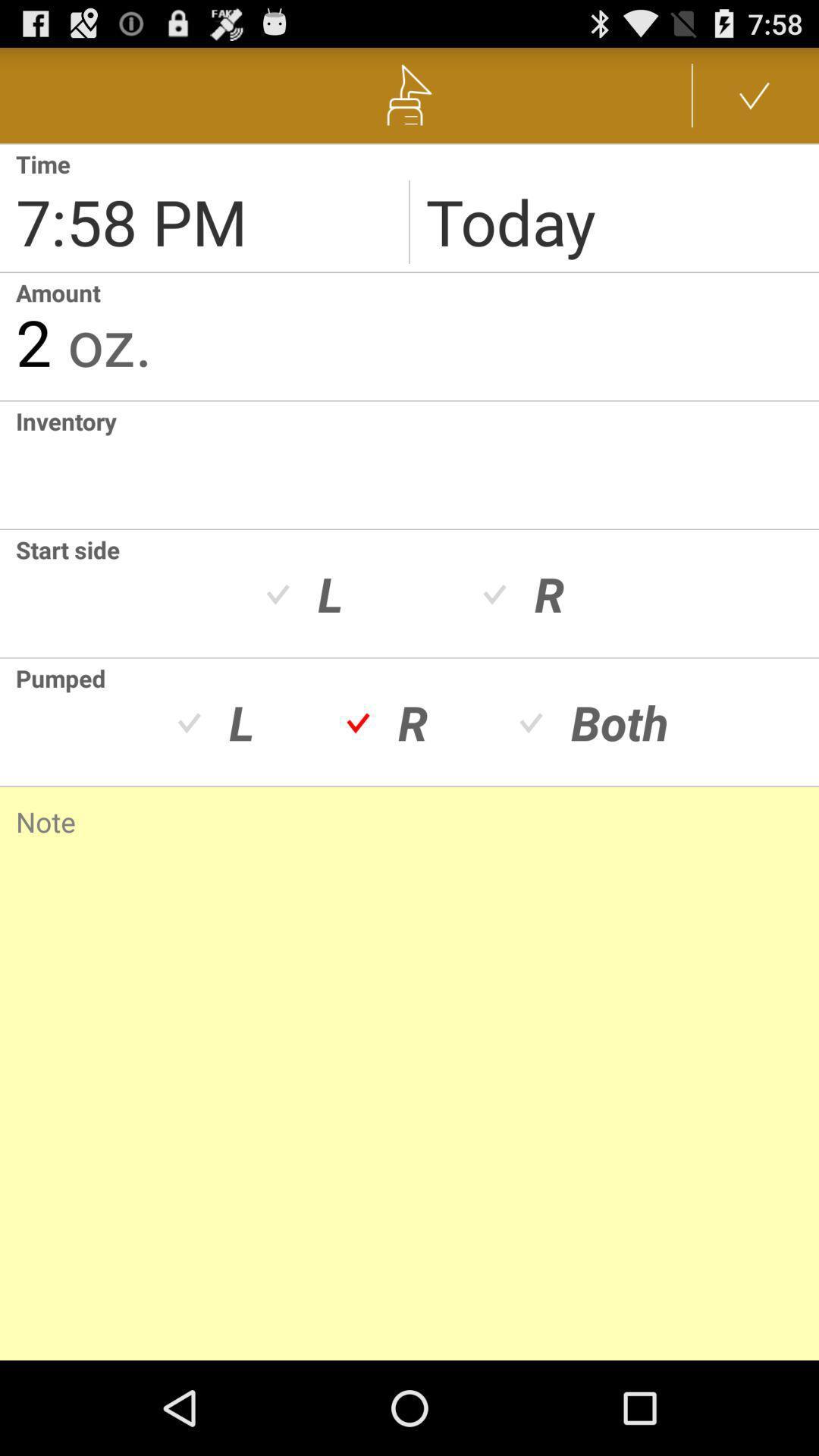 The image size is (819, 1456). I want to click on shows current time, so click(203, 207).